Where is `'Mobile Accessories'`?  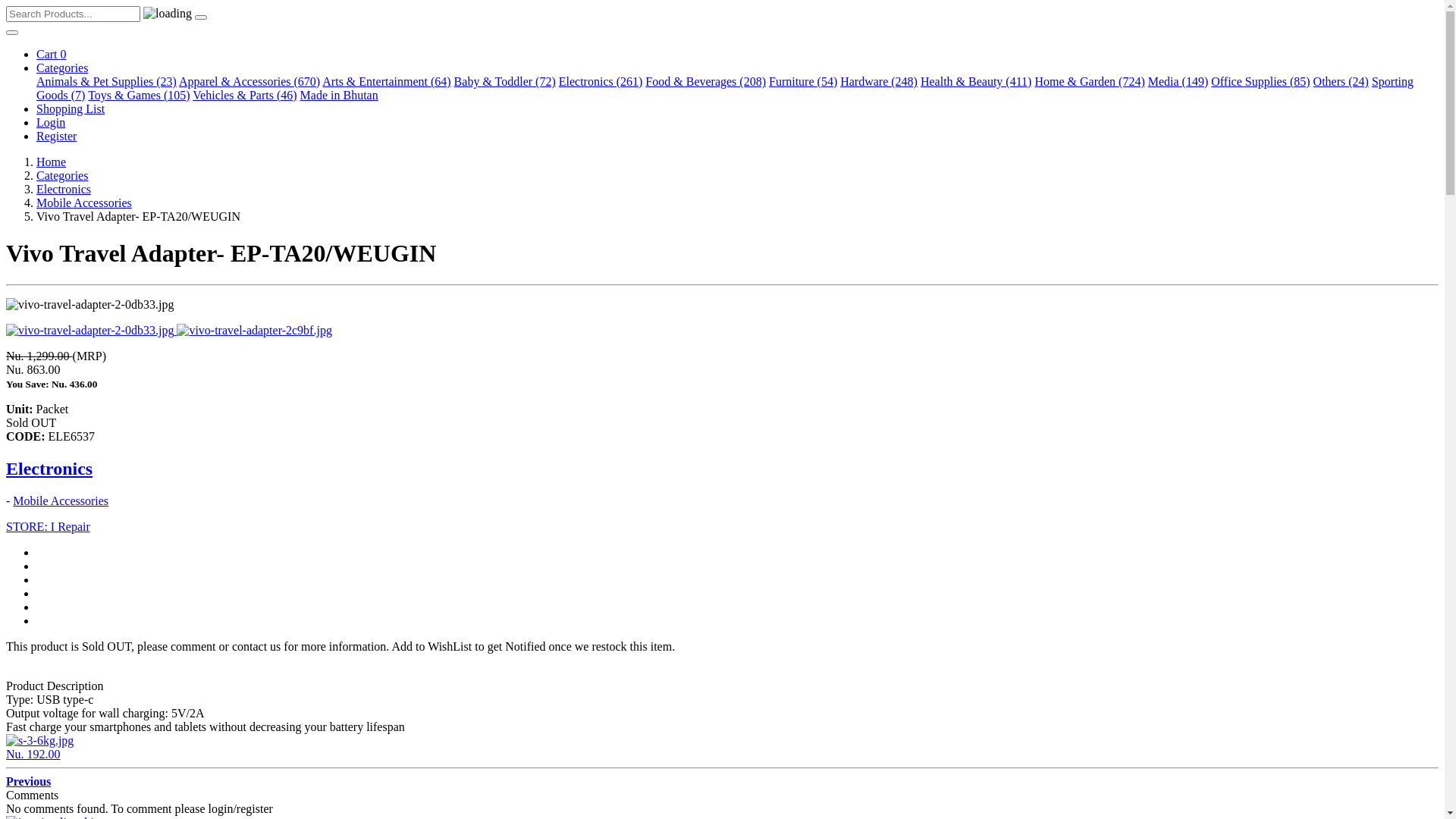
'Mobile Accessories' is located at coordinates (61, 500).